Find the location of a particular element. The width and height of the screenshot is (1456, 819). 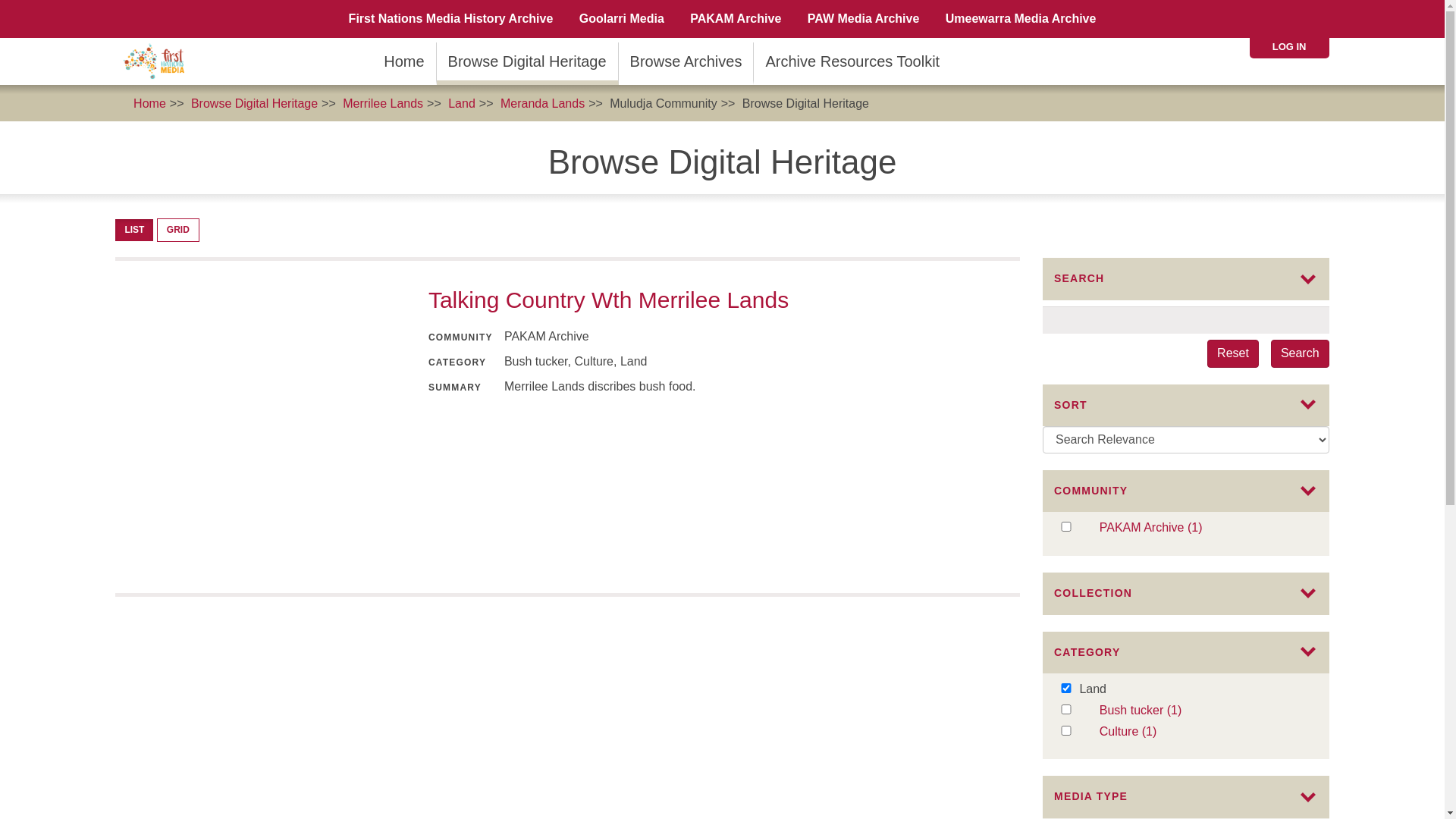

'LOG IN' is located at coordinates (1272, 45).